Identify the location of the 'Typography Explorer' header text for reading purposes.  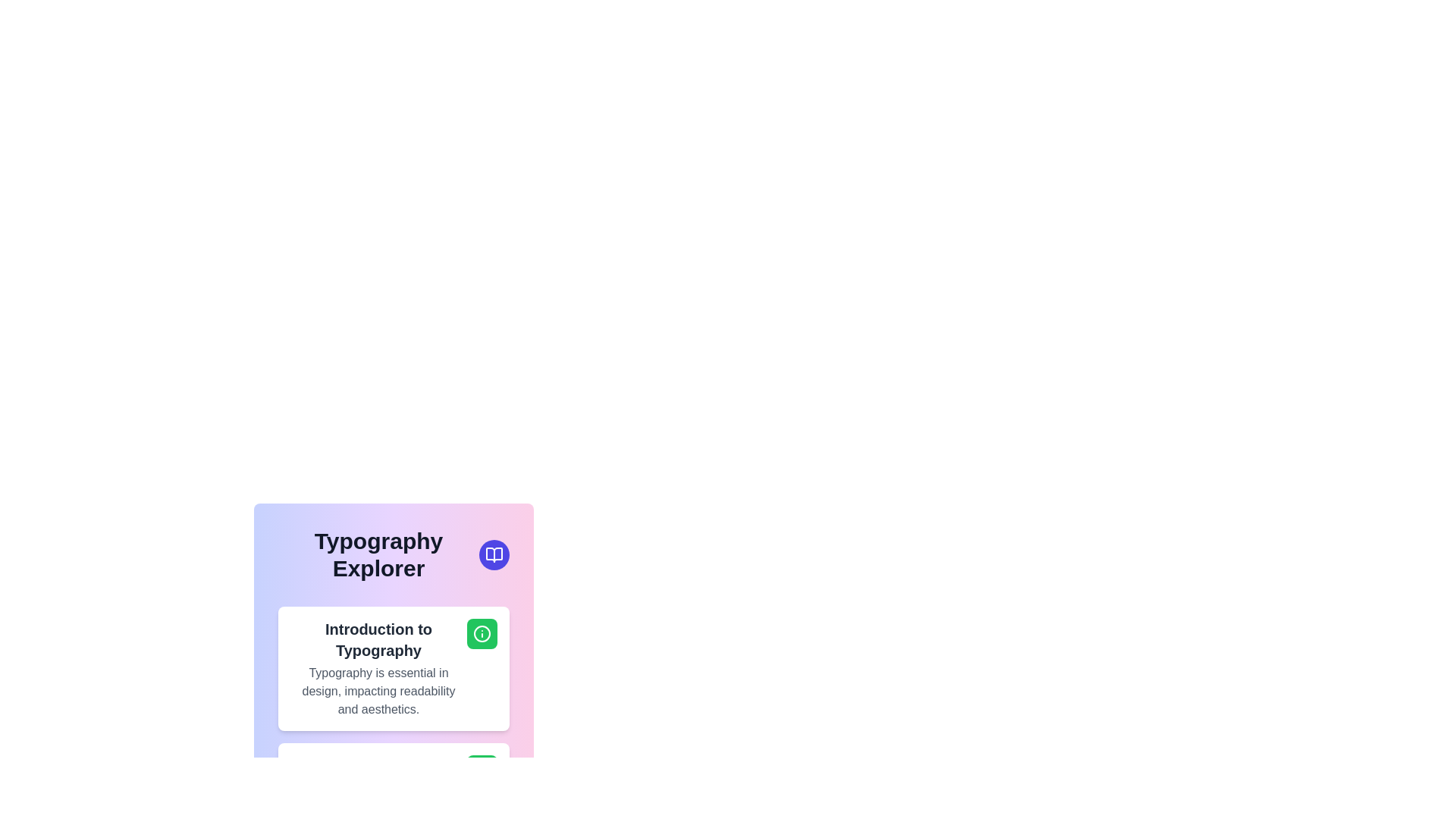
(394, 555).